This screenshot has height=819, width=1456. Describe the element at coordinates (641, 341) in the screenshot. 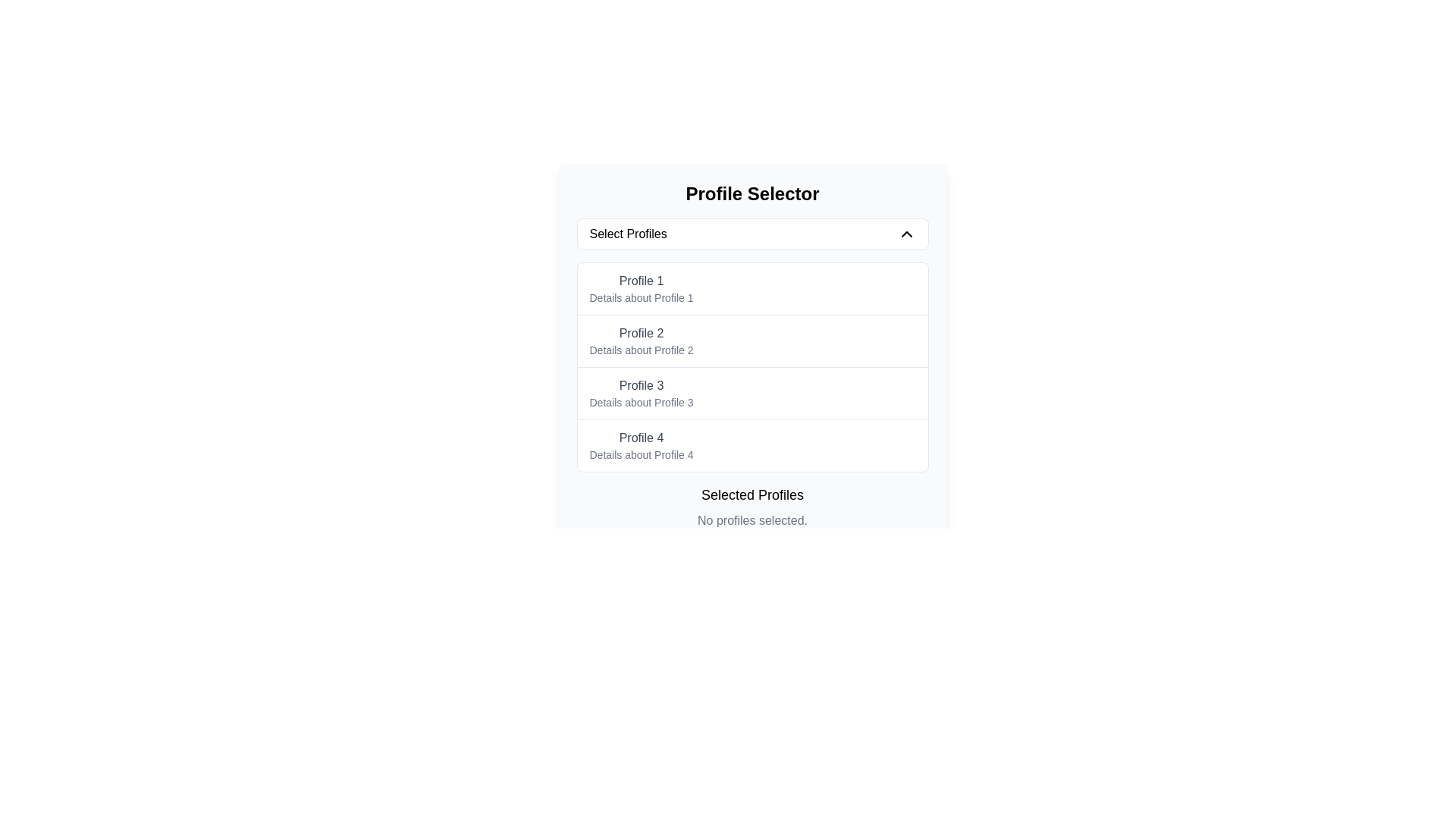

I see `the second profile entry in the vertical list, which displays the profile name and description` at that location.